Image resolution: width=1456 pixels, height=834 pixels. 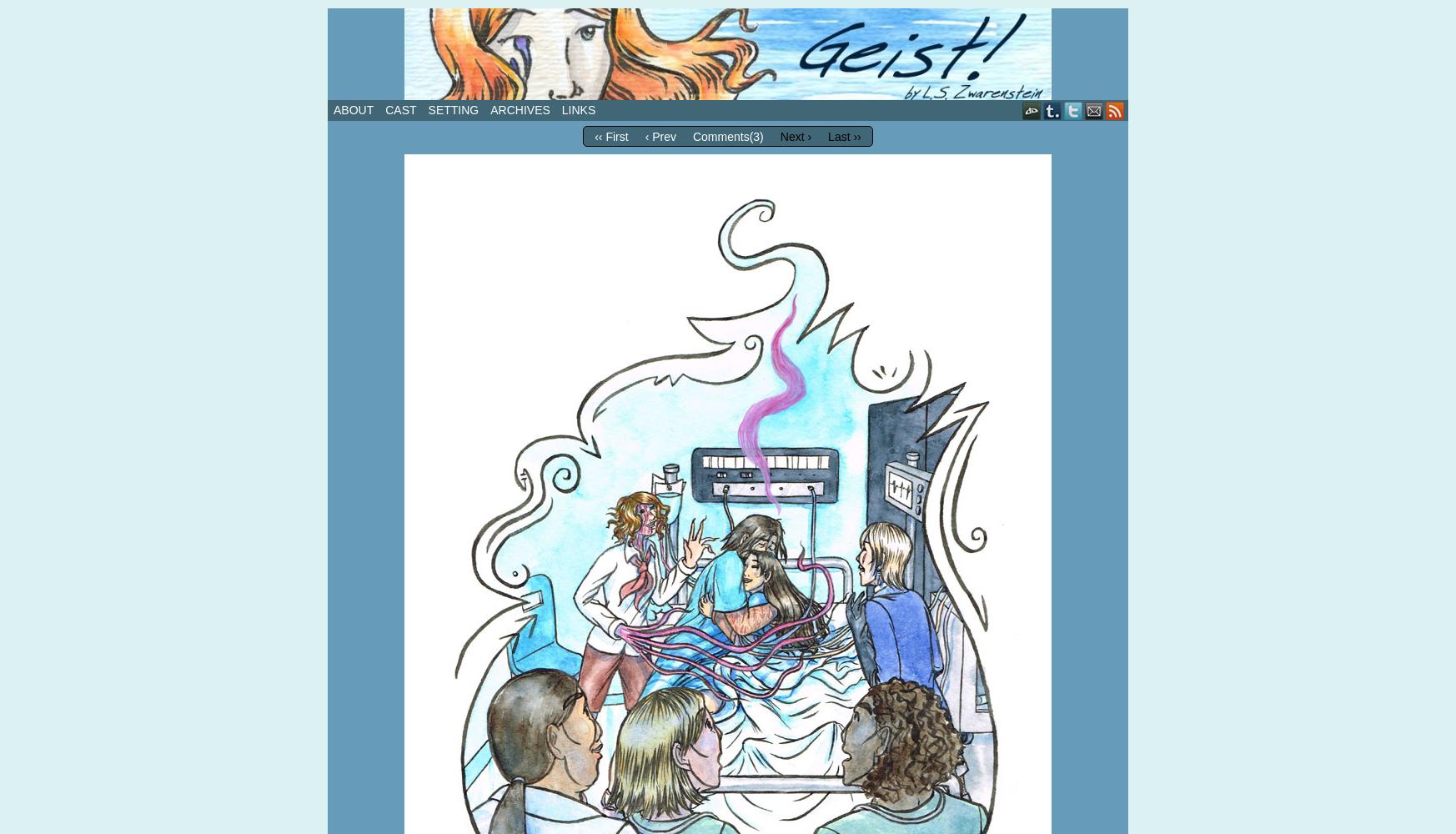 I want to click on 'Links', so click(x=578, y=110).